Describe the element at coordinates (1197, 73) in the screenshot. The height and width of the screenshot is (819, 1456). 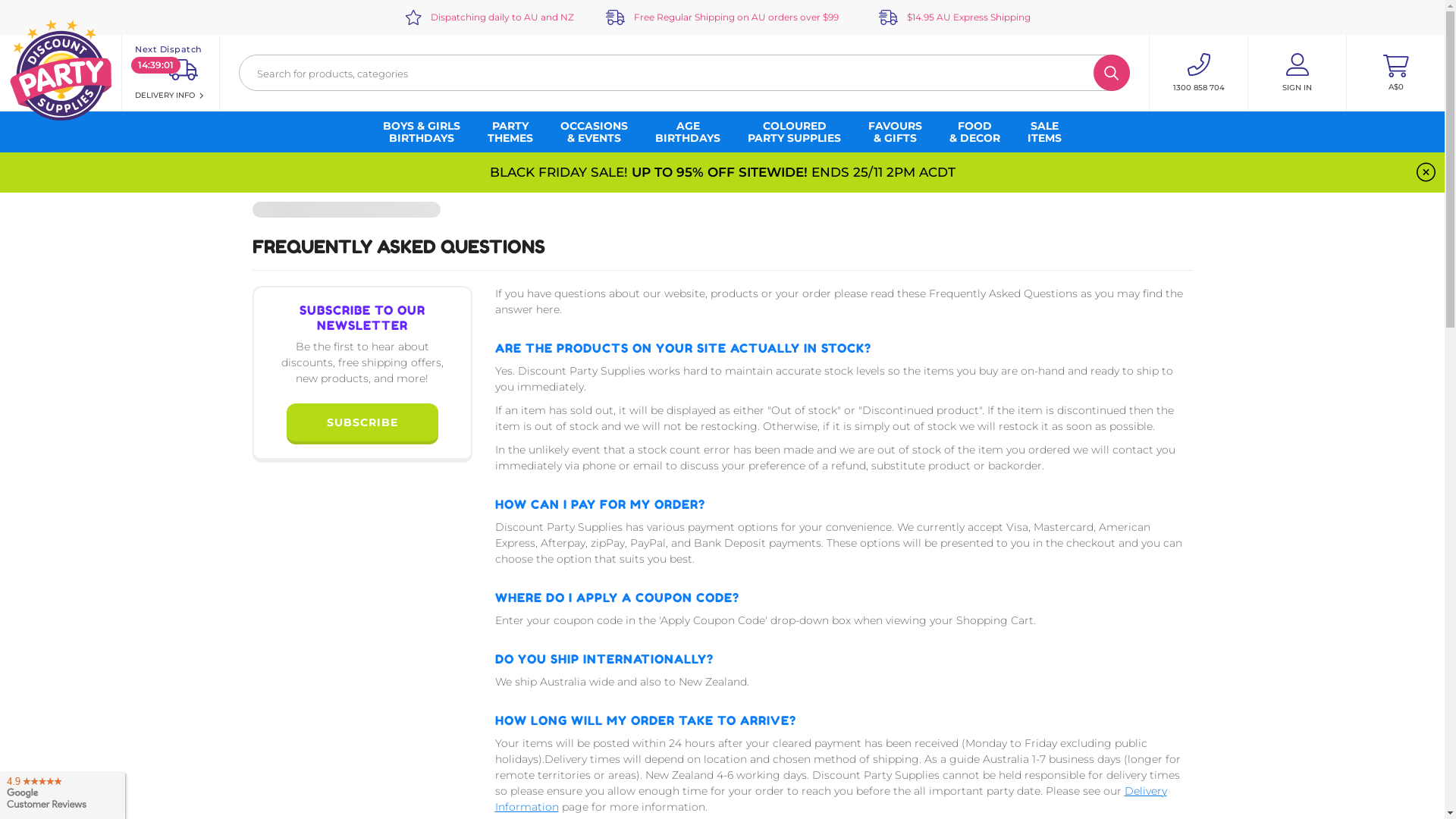
I see `'1300 858 704'` at that location.